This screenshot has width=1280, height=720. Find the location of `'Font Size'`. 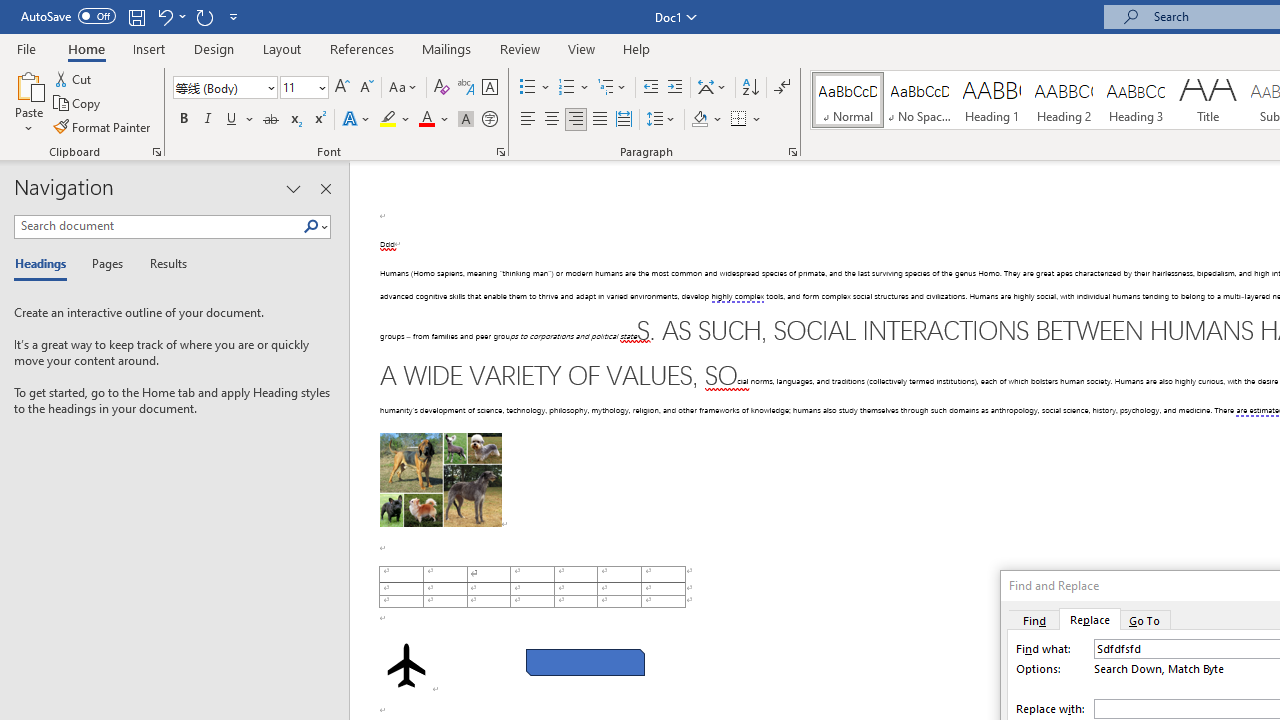

'Font Size' is located at coordinates (303, 86).